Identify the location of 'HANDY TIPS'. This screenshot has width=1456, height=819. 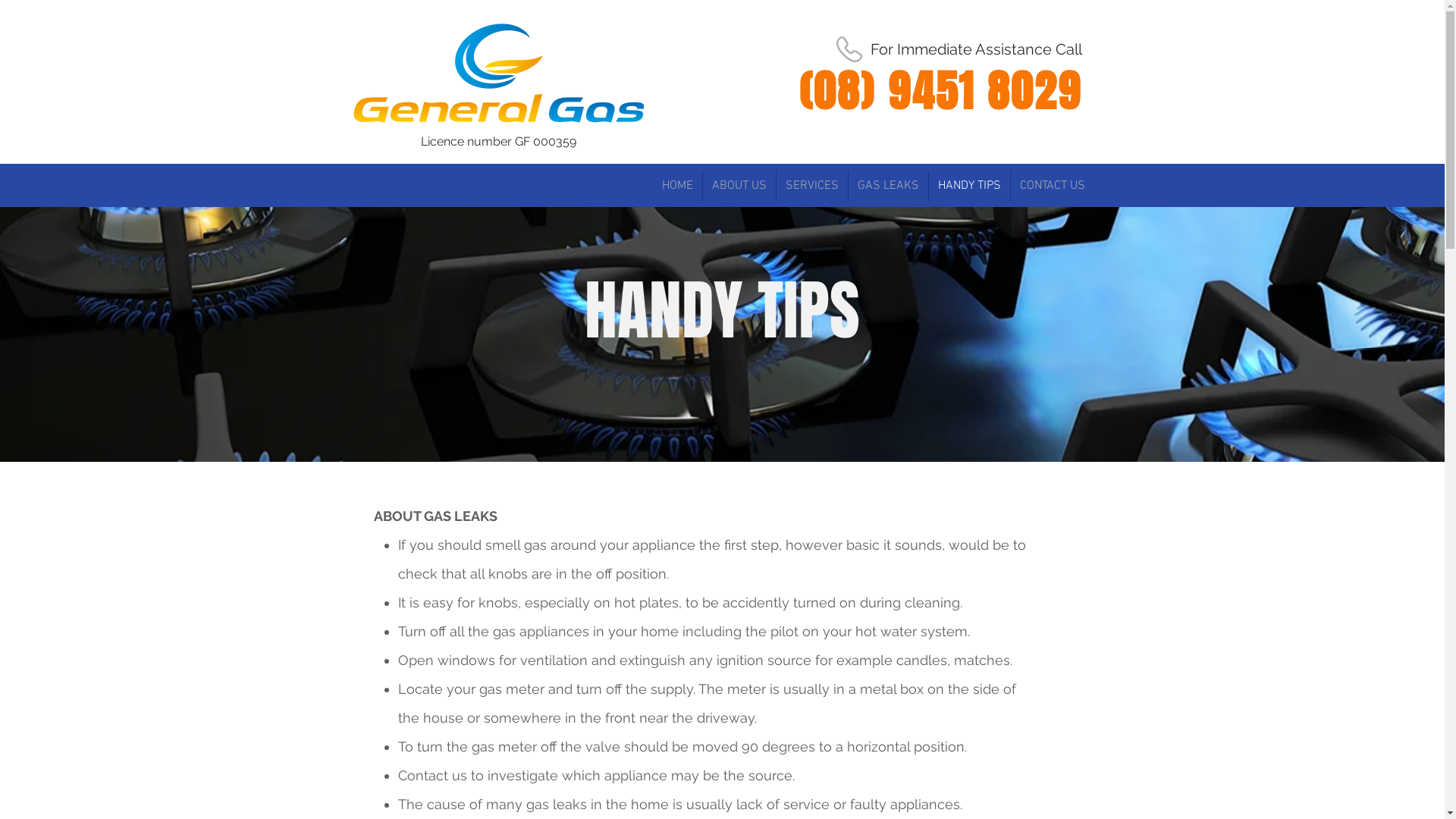
(968, 185).